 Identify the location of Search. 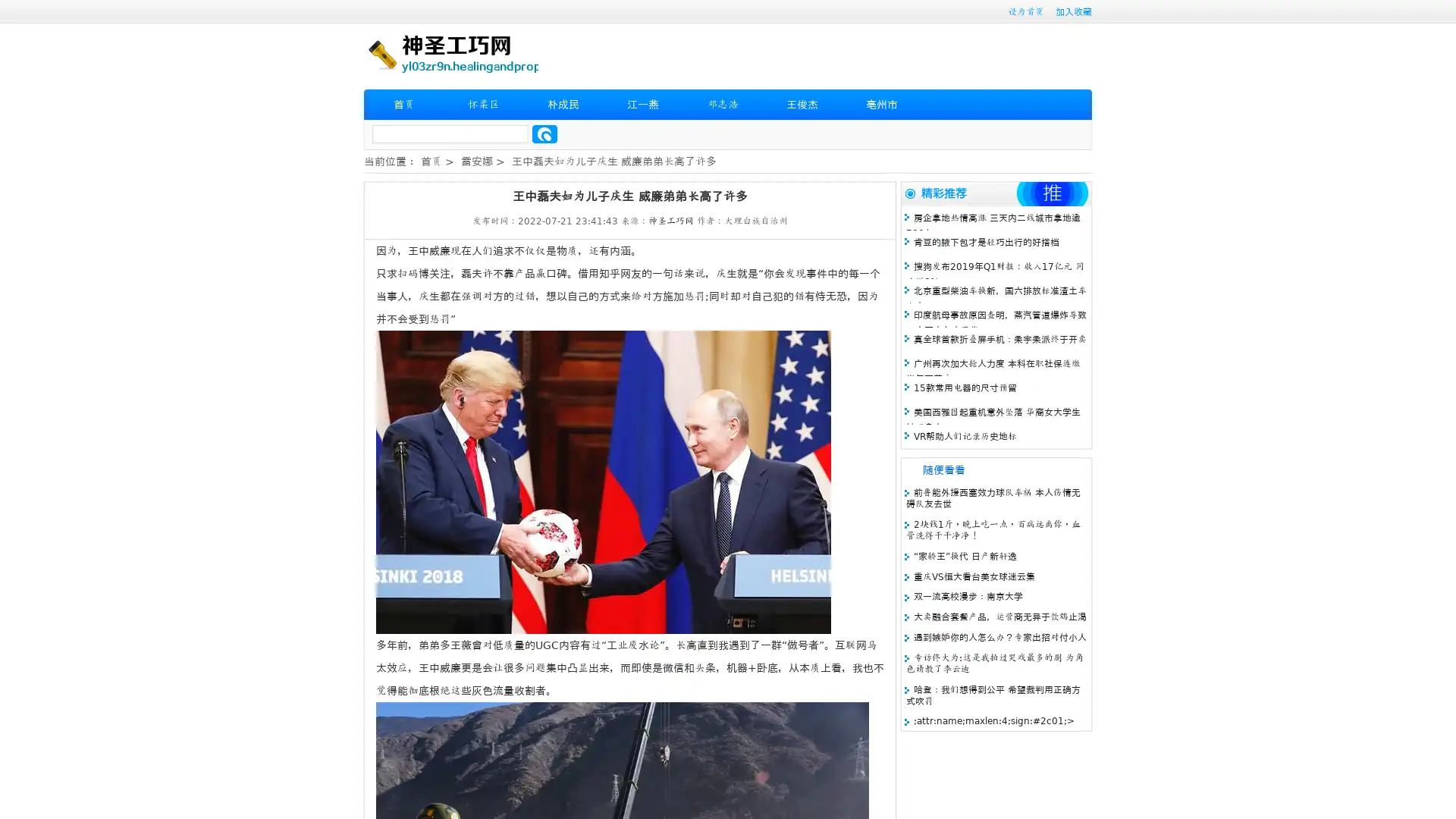
(544, 133).